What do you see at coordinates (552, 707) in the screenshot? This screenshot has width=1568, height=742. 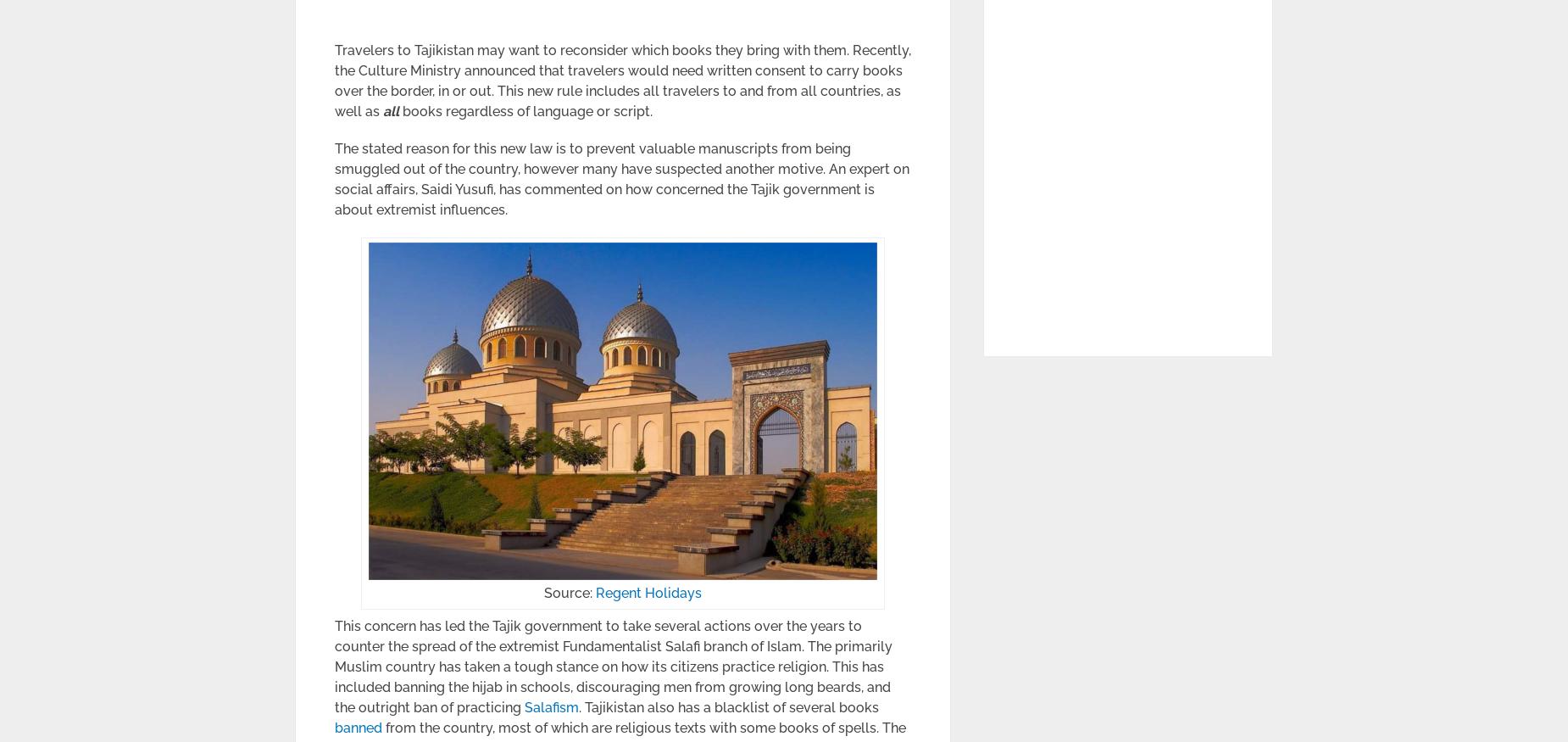 I see `'Salafism'` at bounding box center [552, 707].